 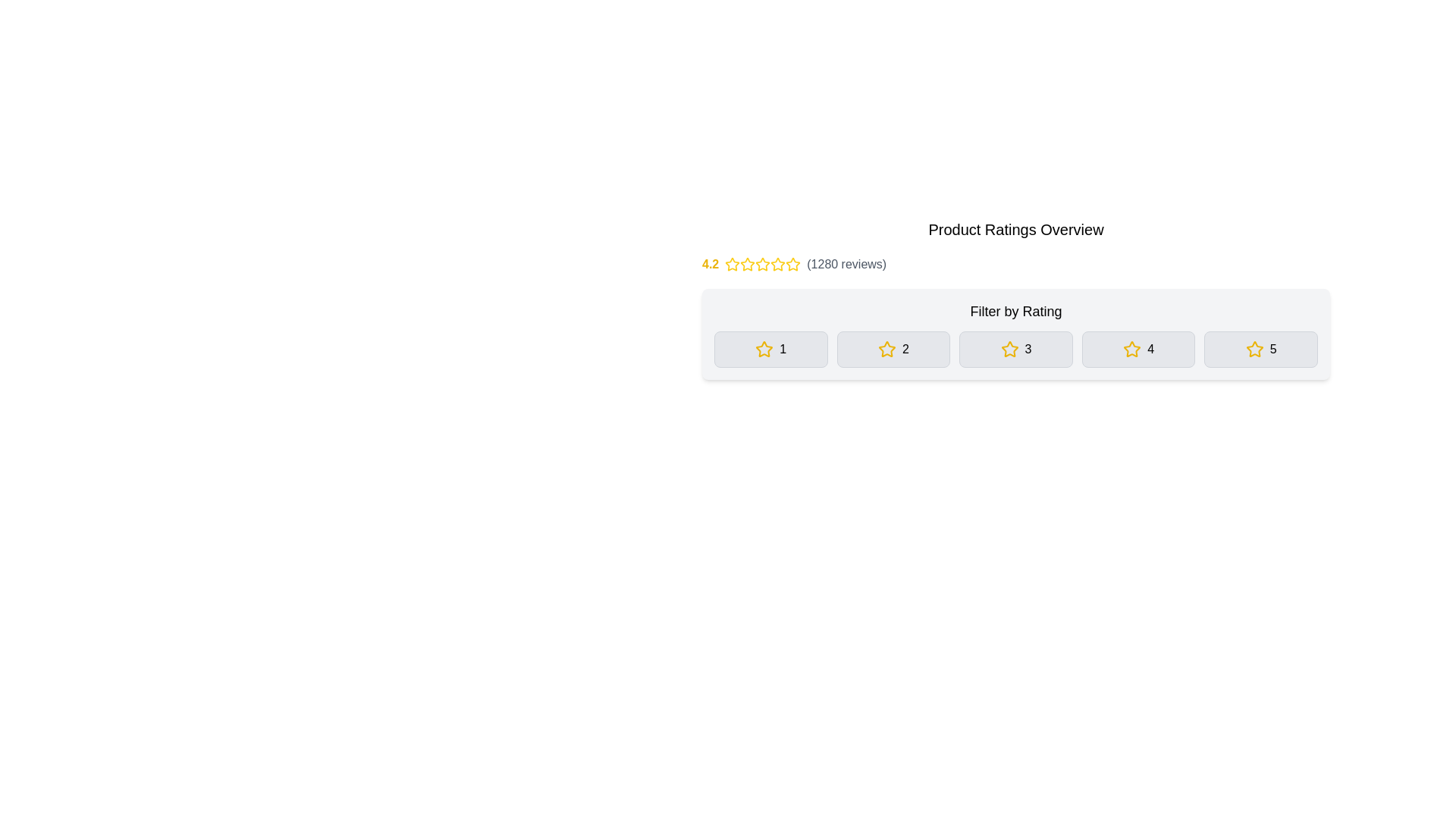 I want to click on the numeric indicator representing the count of items associated with the '3-star' rating, so click(x=1028, y=350).